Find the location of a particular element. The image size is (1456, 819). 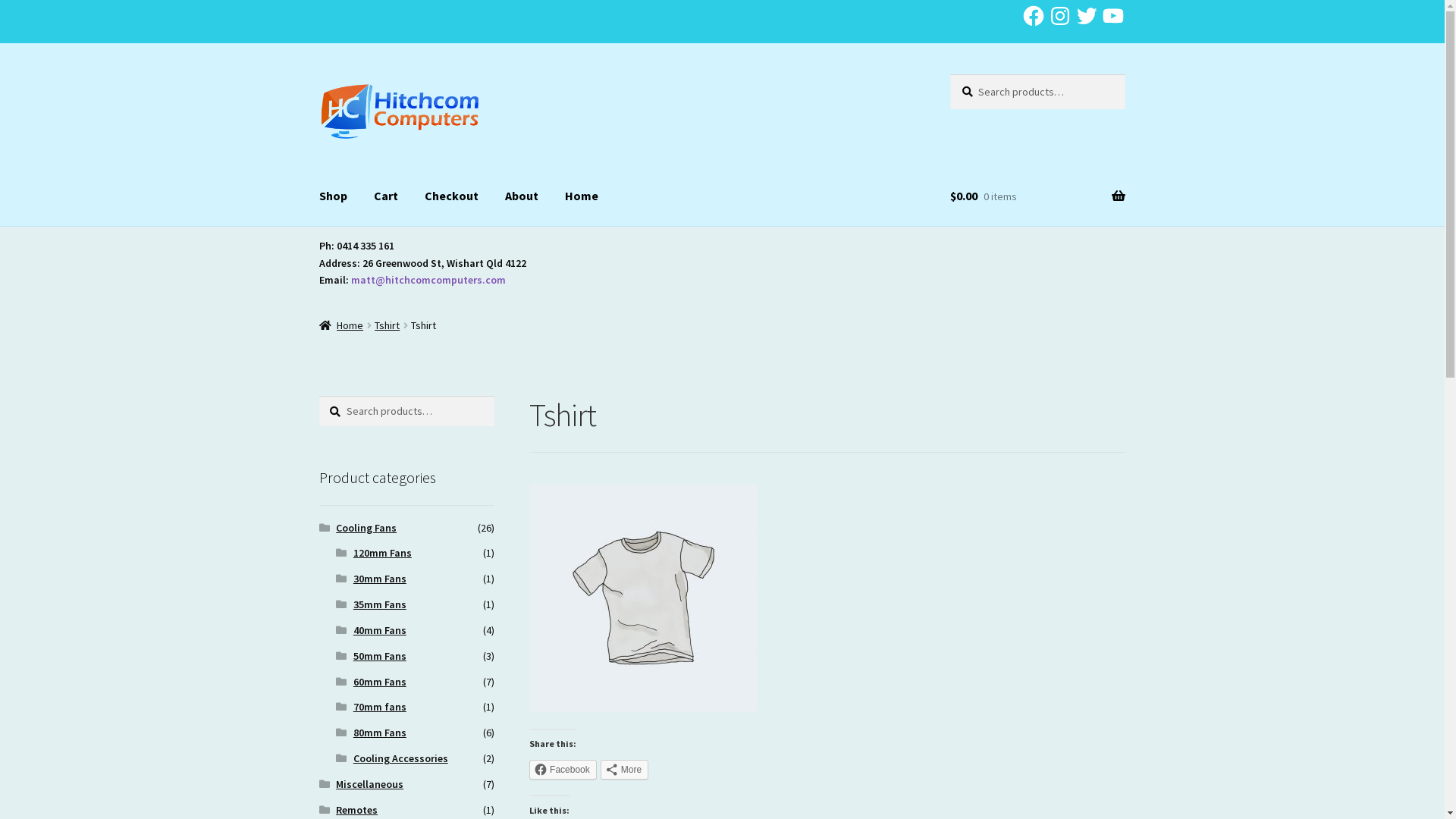

'$0.00 0 items' is located at coordinates (1037, 195).